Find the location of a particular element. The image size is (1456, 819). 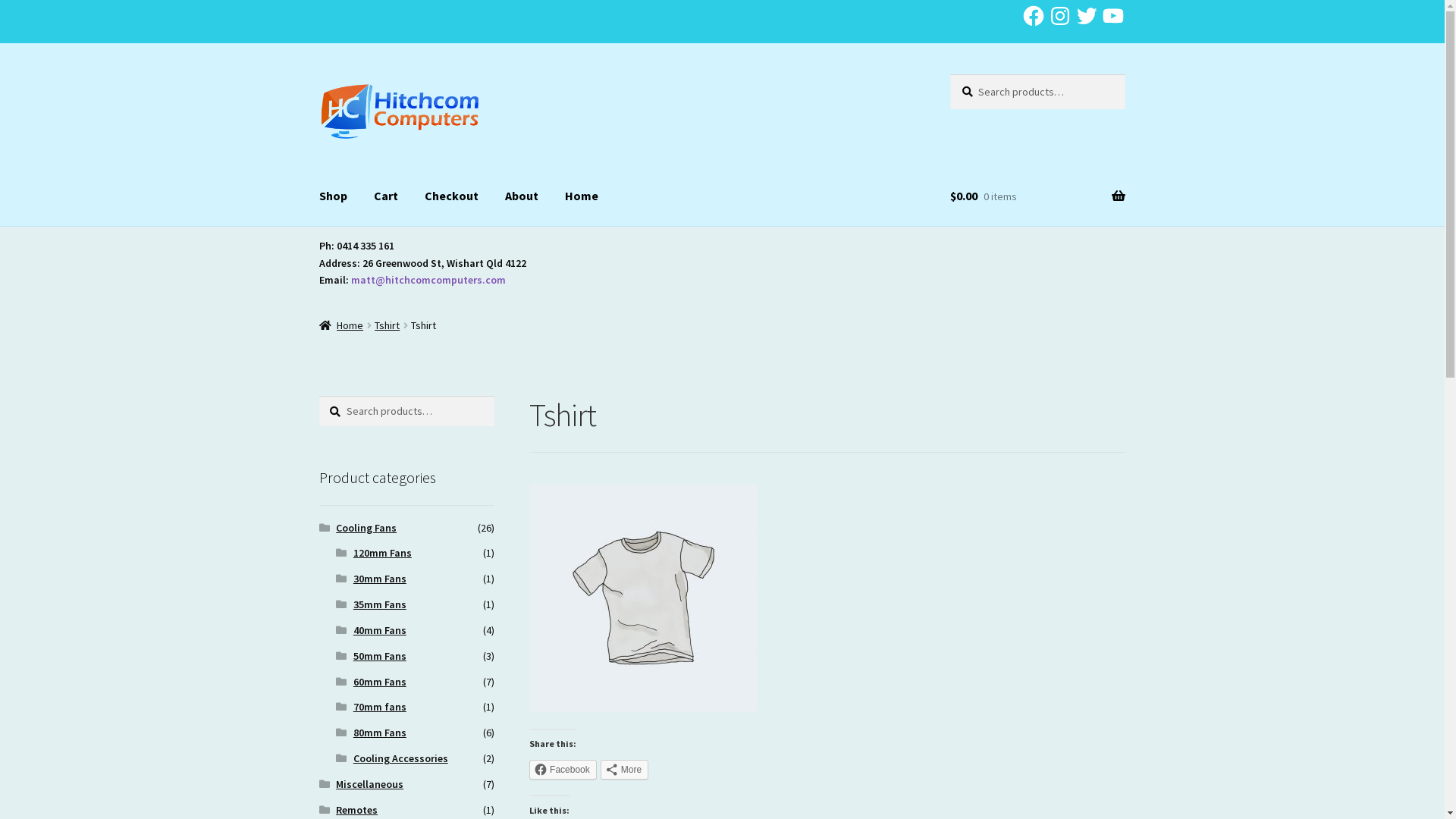

'$0.00 0 items' is located at coordinates (1037, 195).